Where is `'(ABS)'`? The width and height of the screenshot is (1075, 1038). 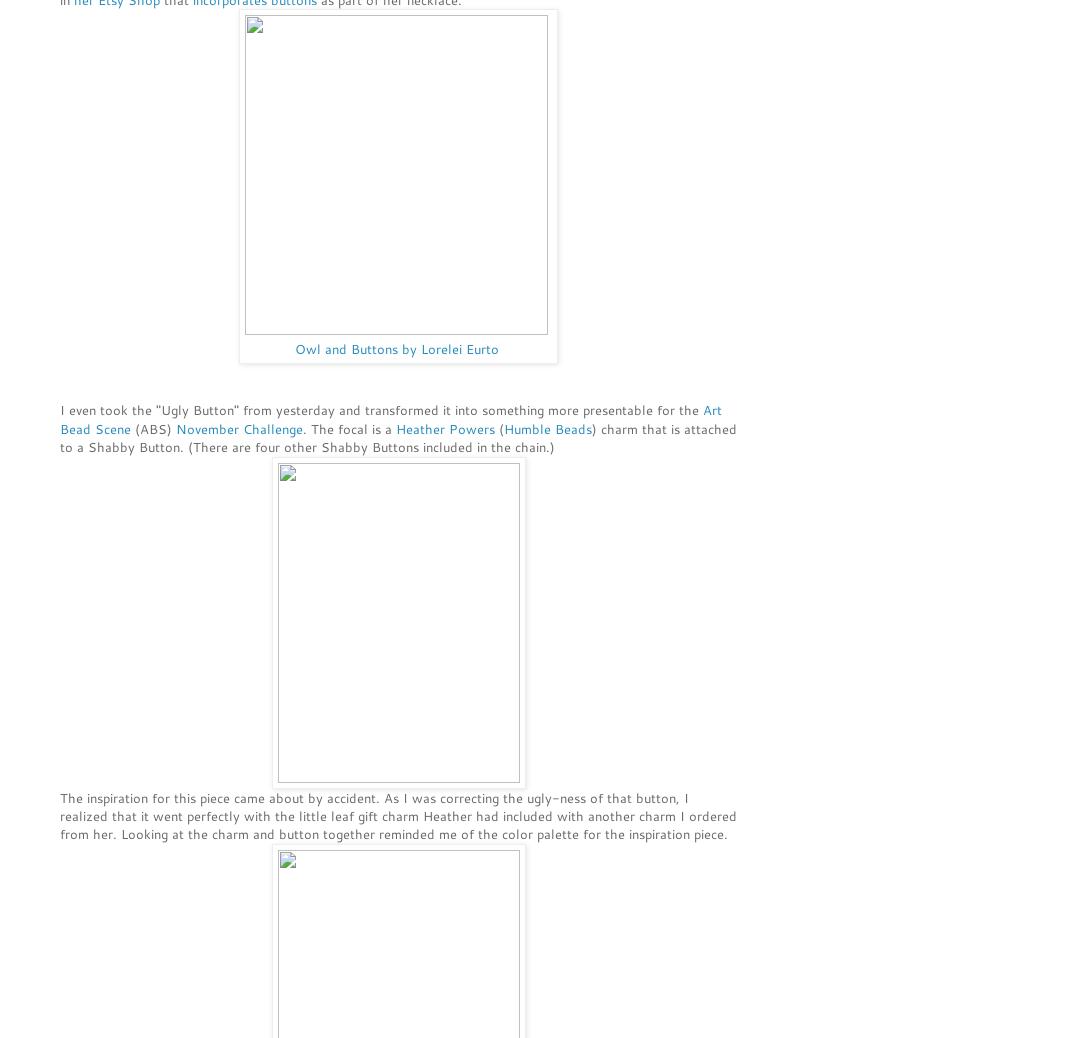 '(ABS)' is located at coordinates (153, 427).